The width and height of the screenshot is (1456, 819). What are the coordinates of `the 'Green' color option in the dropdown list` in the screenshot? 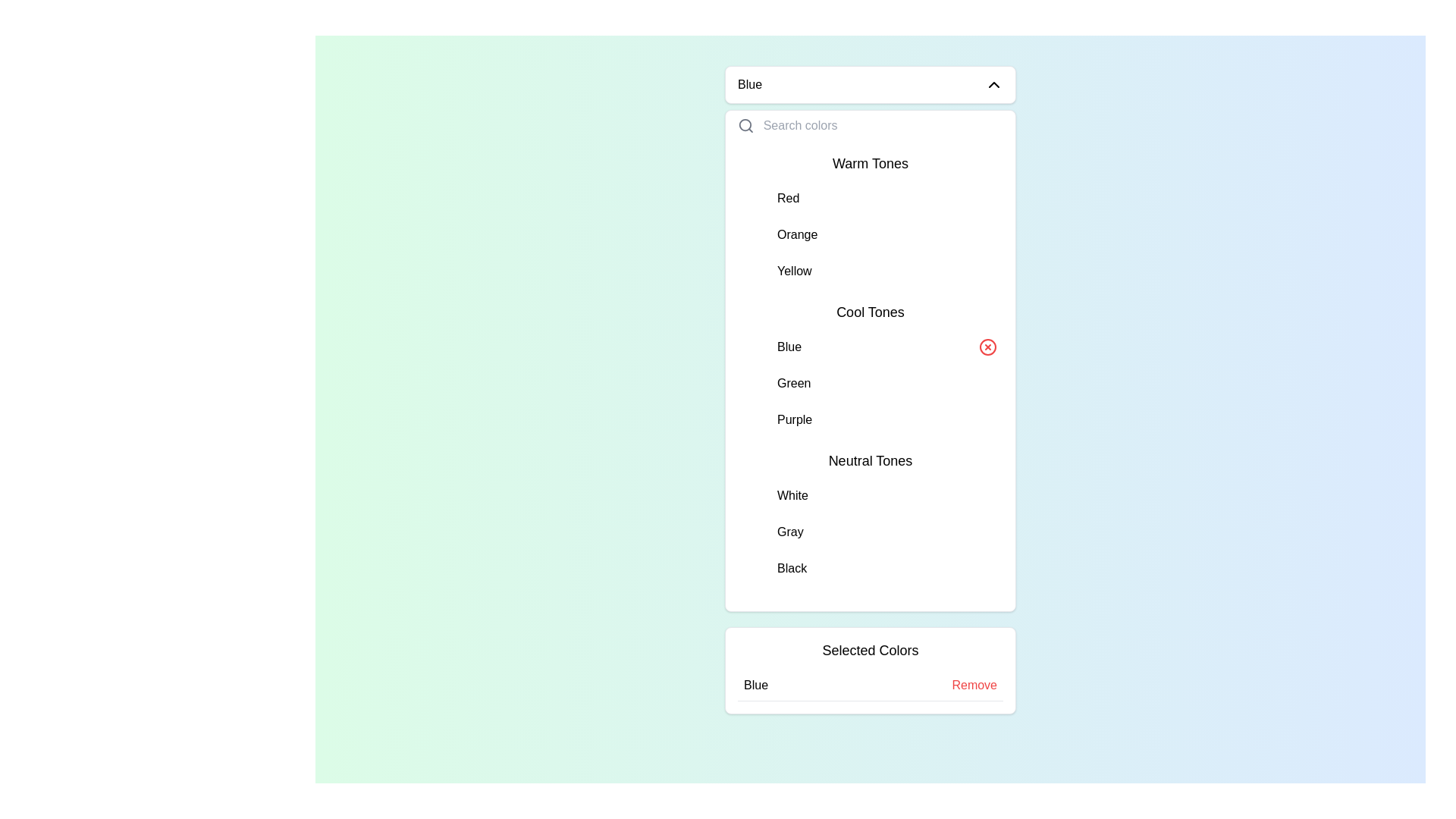 It's located at (870, 382).